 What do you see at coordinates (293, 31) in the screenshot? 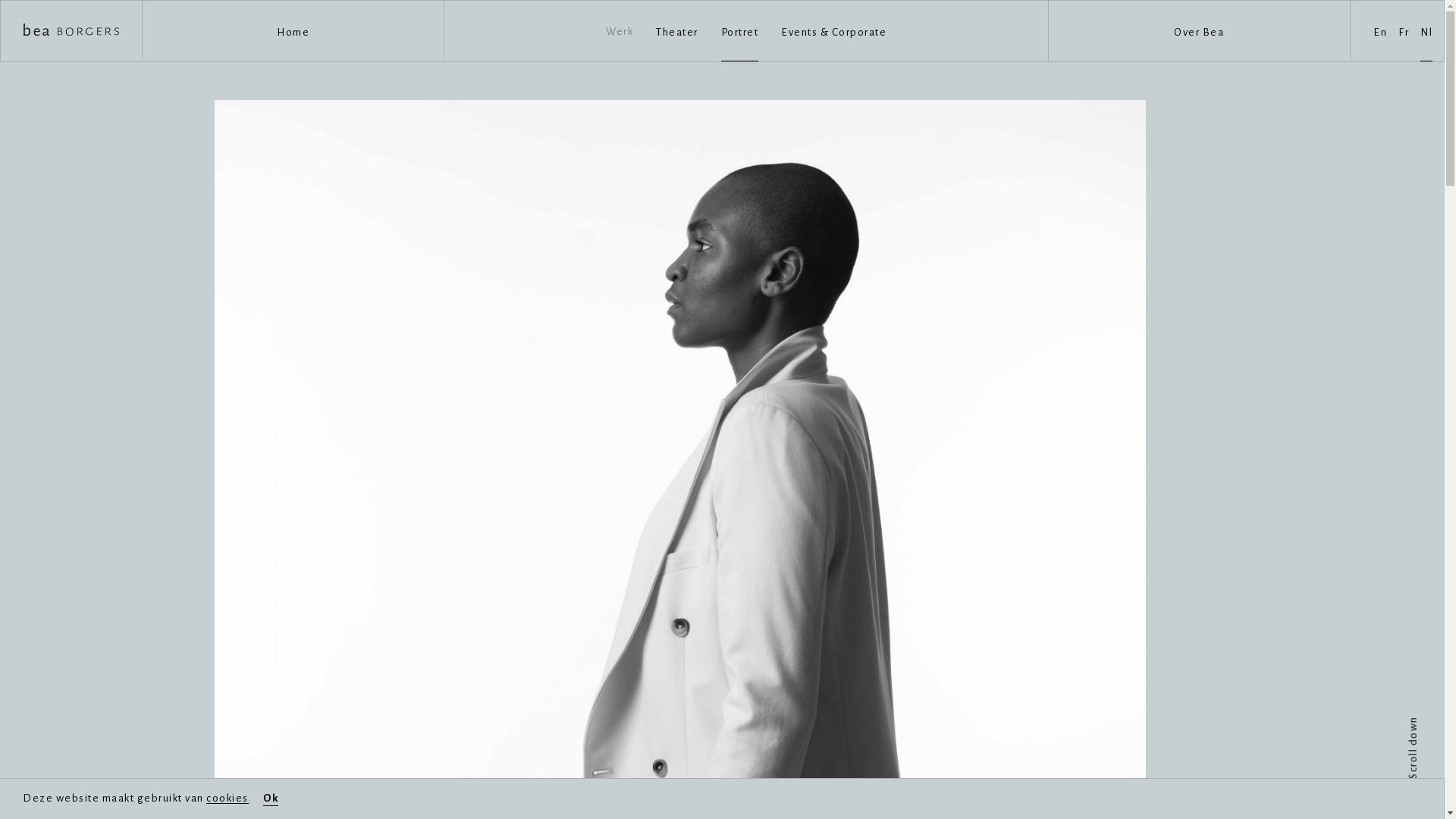
I see `'Home'` at bounding box center [293, 31].